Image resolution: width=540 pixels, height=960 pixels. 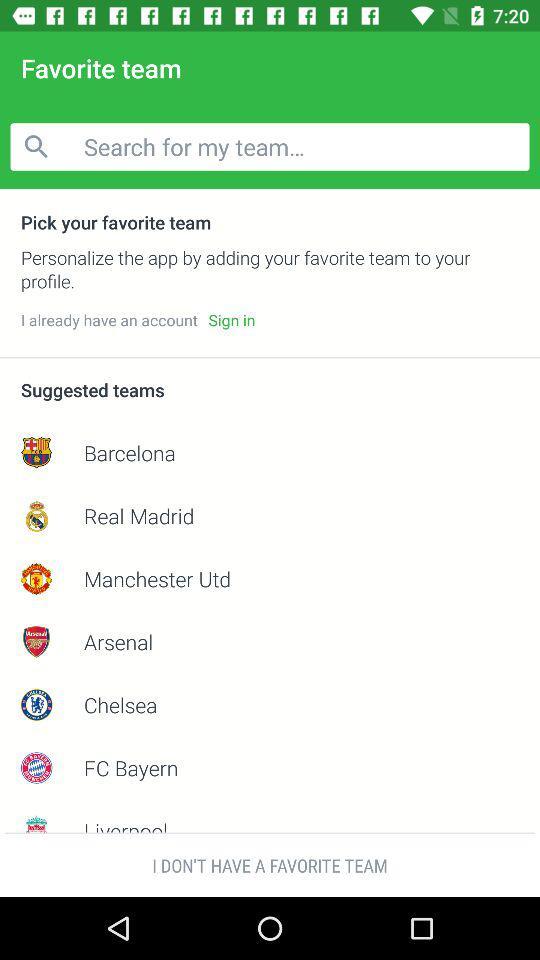 I want to click on icon next to i already have item, so click(x=230, y=320).